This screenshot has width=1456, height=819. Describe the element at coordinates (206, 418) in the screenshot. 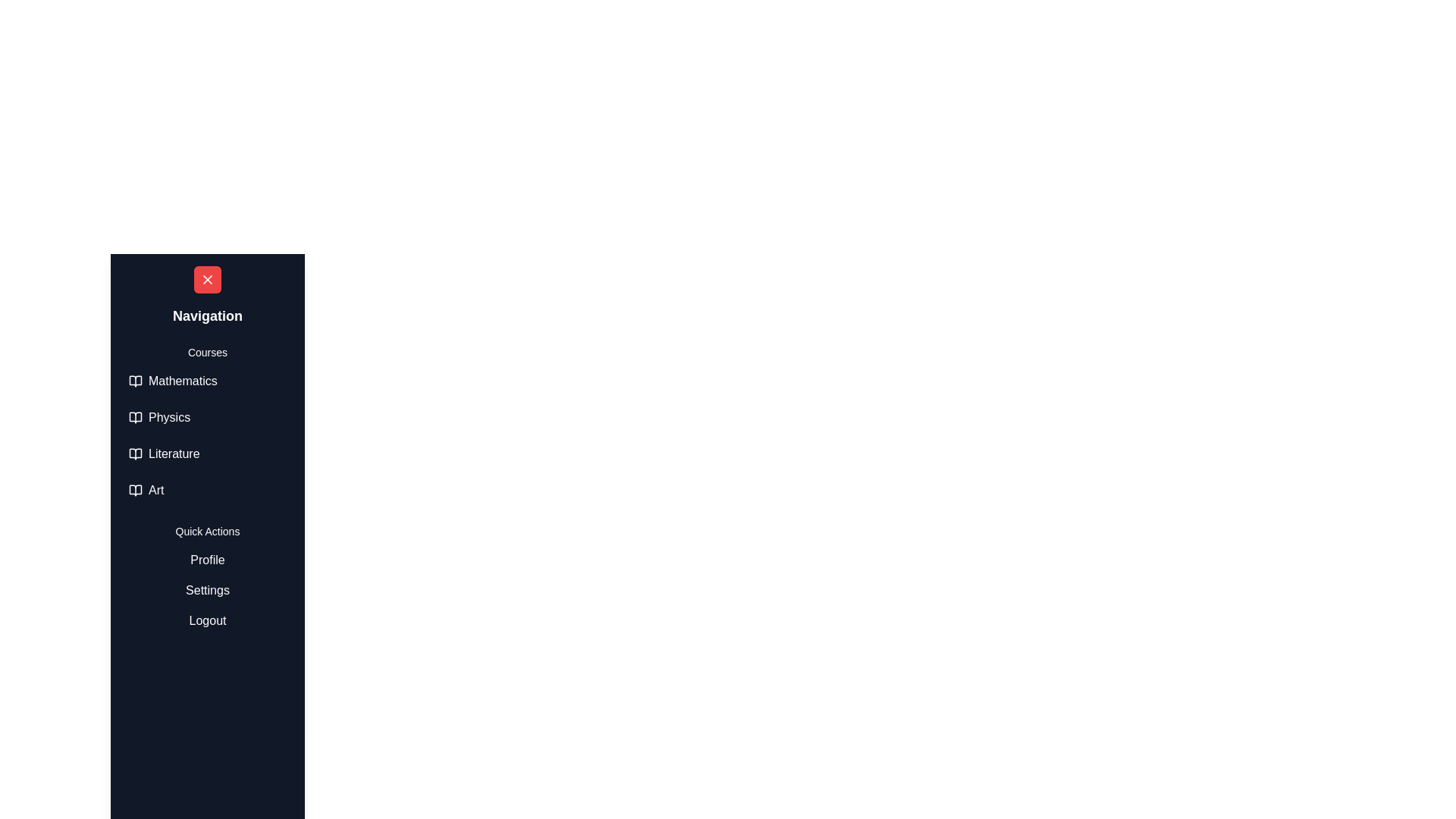

I see `the 'Physics' navigation list item located in the vertical sidebar under the 'Courses' section` at that location.